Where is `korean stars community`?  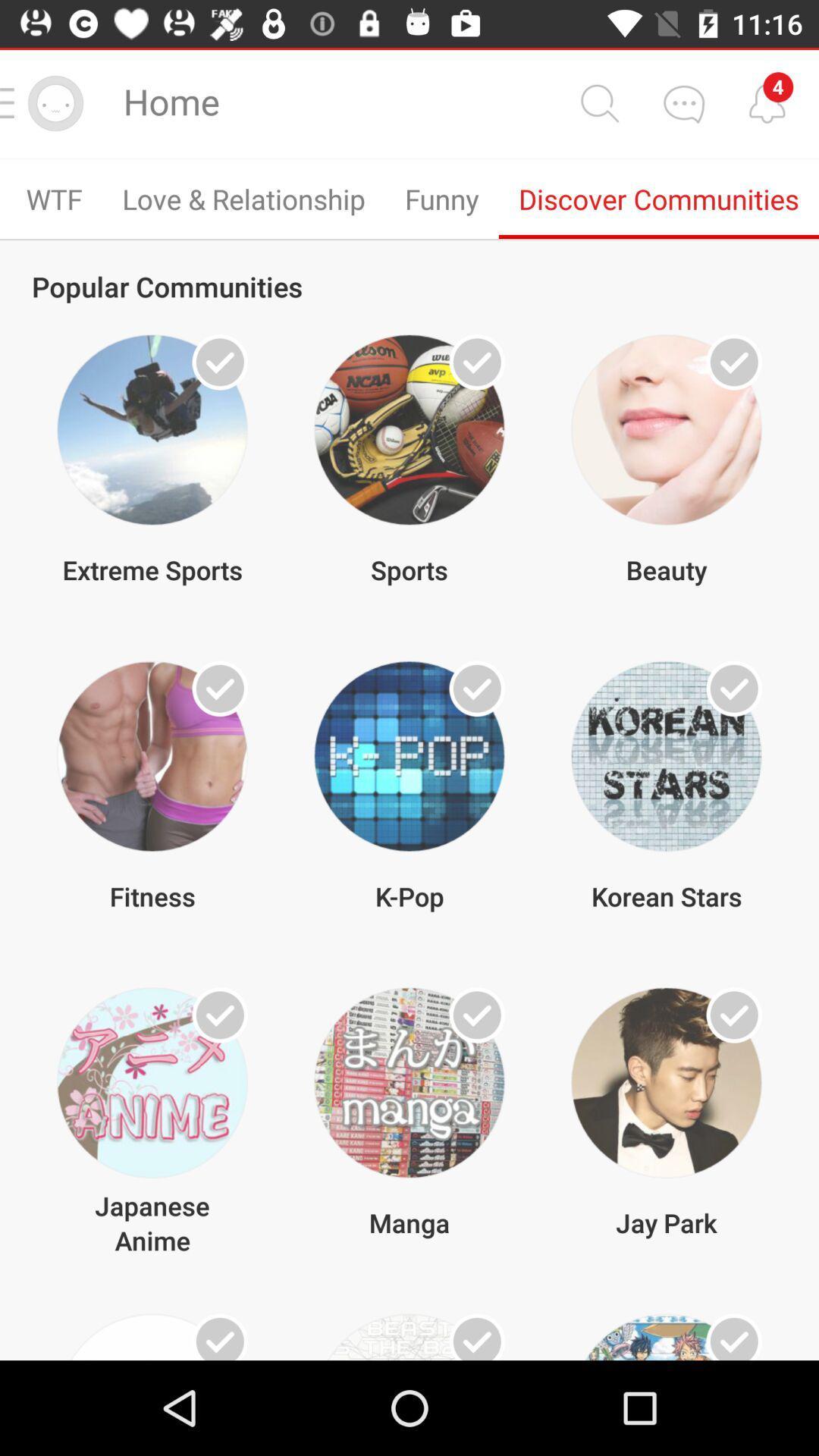 korean stars community is located at coordinates (733, 688).